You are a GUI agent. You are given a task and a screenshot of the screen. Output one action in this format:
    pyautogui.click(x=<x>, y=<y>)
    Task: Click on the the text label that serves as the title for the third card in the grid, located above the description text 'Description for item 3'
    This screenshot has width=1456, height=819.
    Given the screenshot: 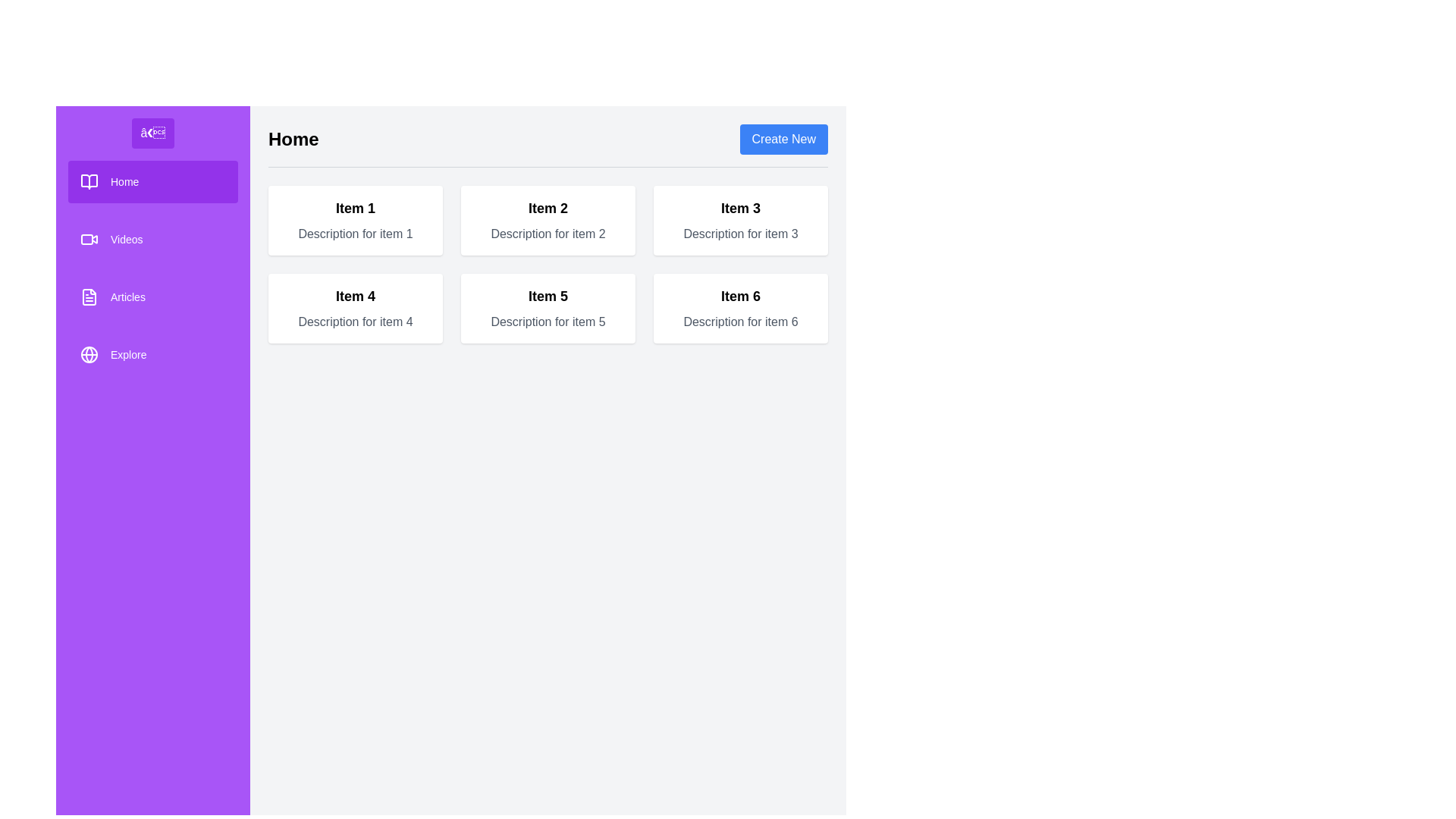 What is the action you would take?
    pyautogui.click(x=741, y=208)
    